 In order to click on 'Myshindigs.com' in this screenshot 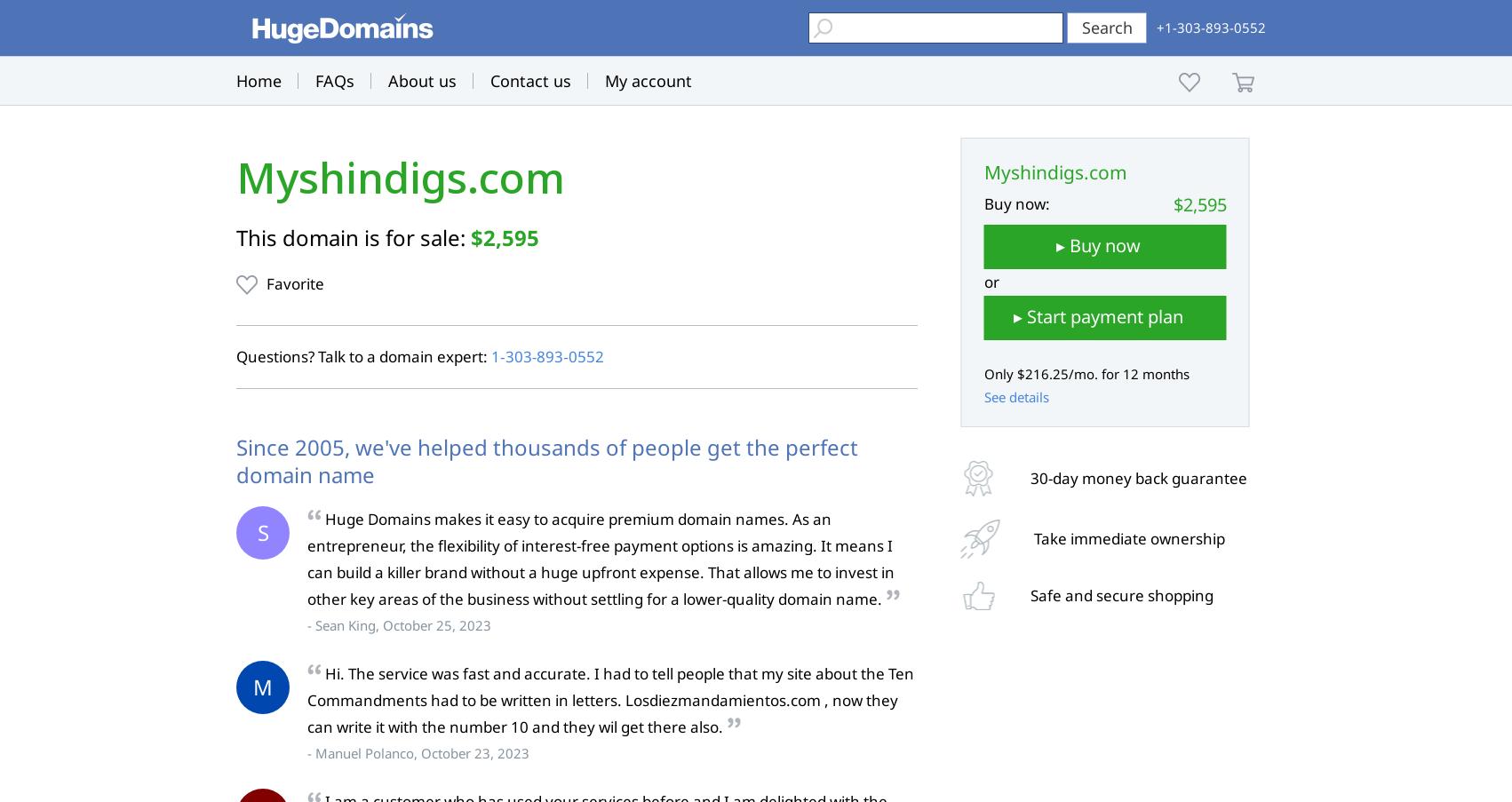, I will do `click(400, 178)`.